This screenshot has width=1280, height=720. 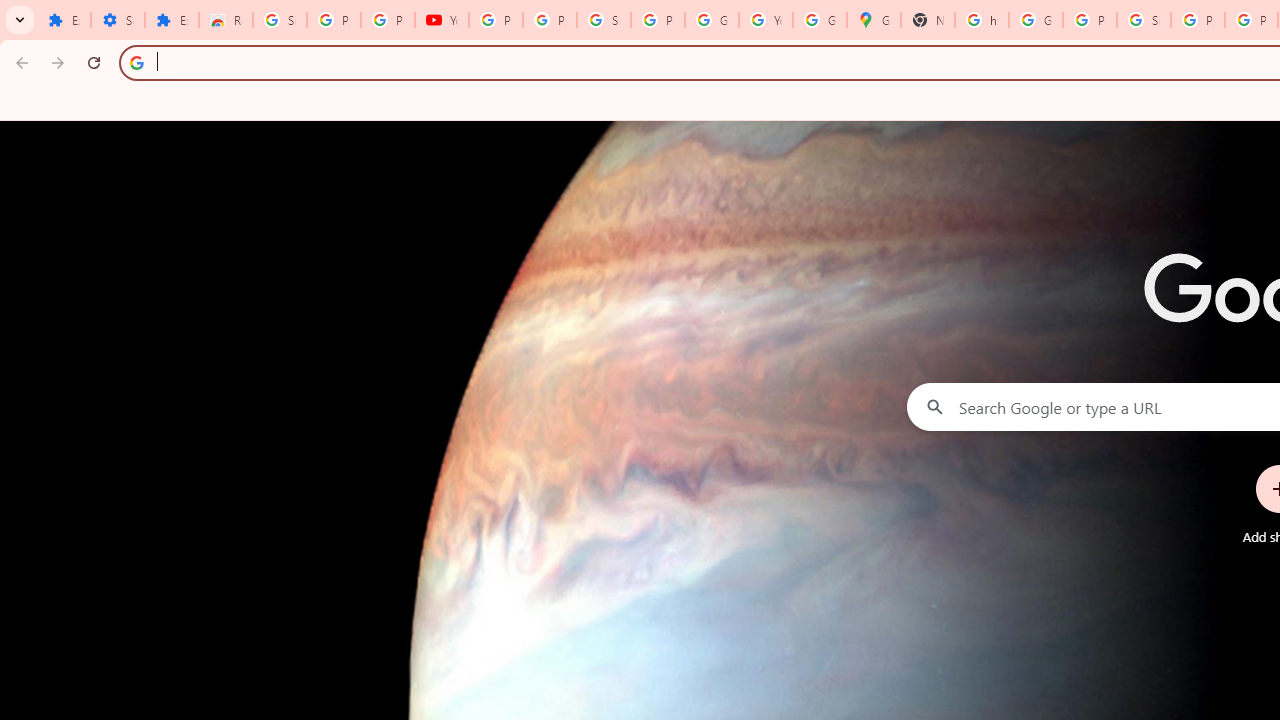 What do you see at coordinates (874, 20) in the screenshot?
I see `'Google Maps'` at bounding box center [874, 20].